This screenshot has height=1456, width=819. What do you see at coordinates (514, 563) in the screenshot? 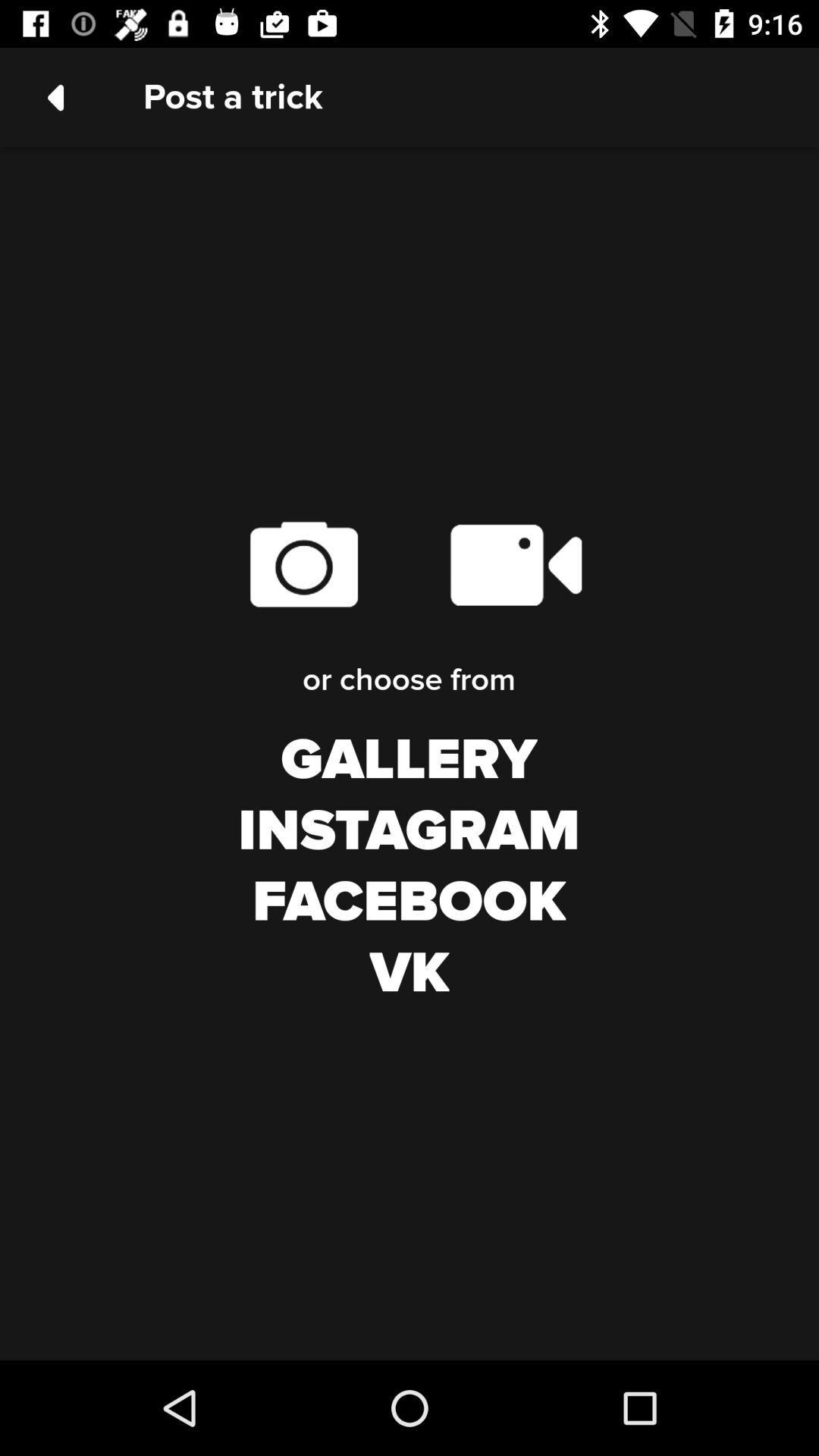
I see `the icon above or choose from item` at bounding box center [514, 563].